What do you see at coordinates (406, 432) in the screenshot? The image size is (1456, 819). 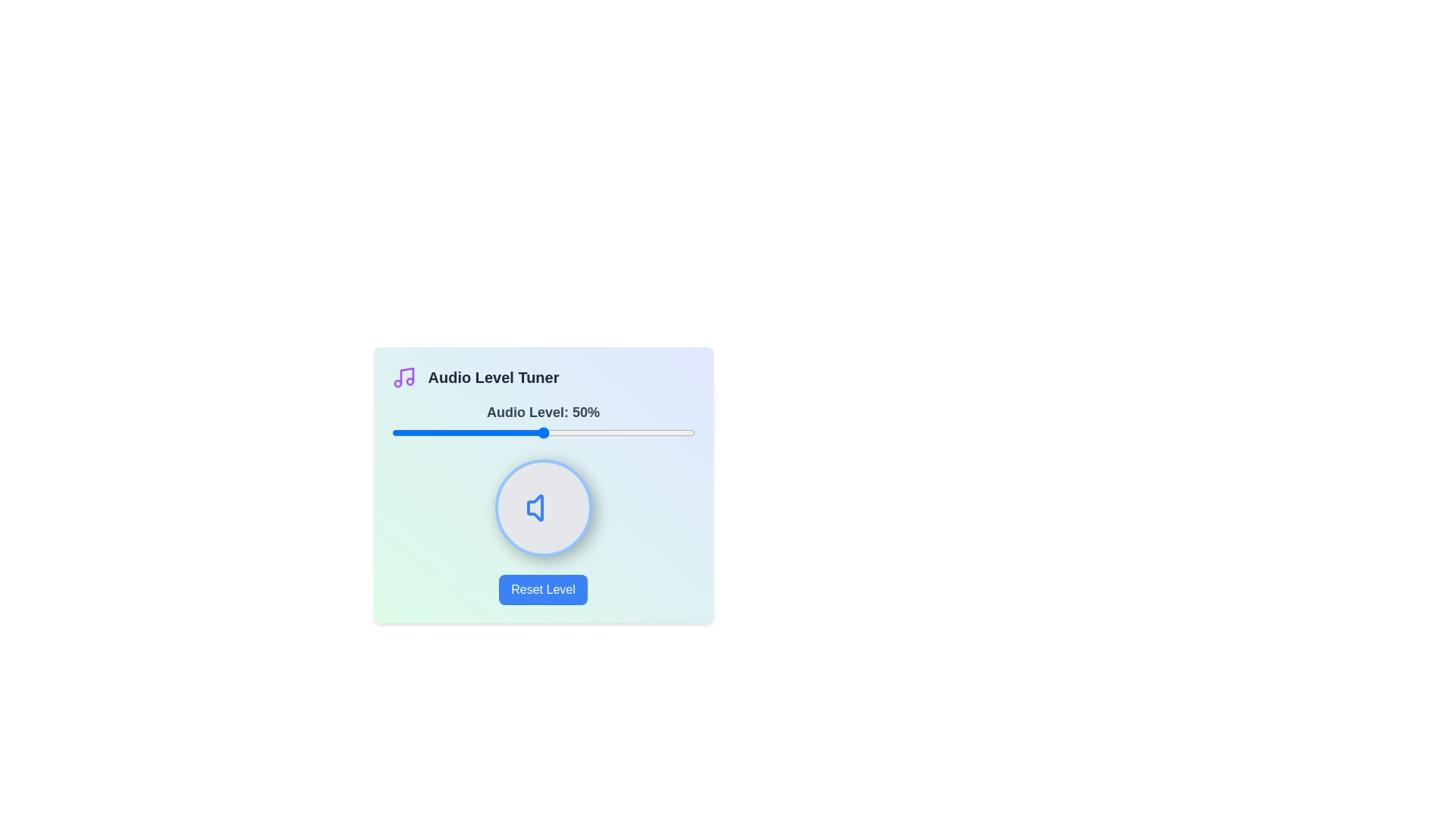 I see `the audio level to 5% by dragging the slider` at bounding box center [406, 432].